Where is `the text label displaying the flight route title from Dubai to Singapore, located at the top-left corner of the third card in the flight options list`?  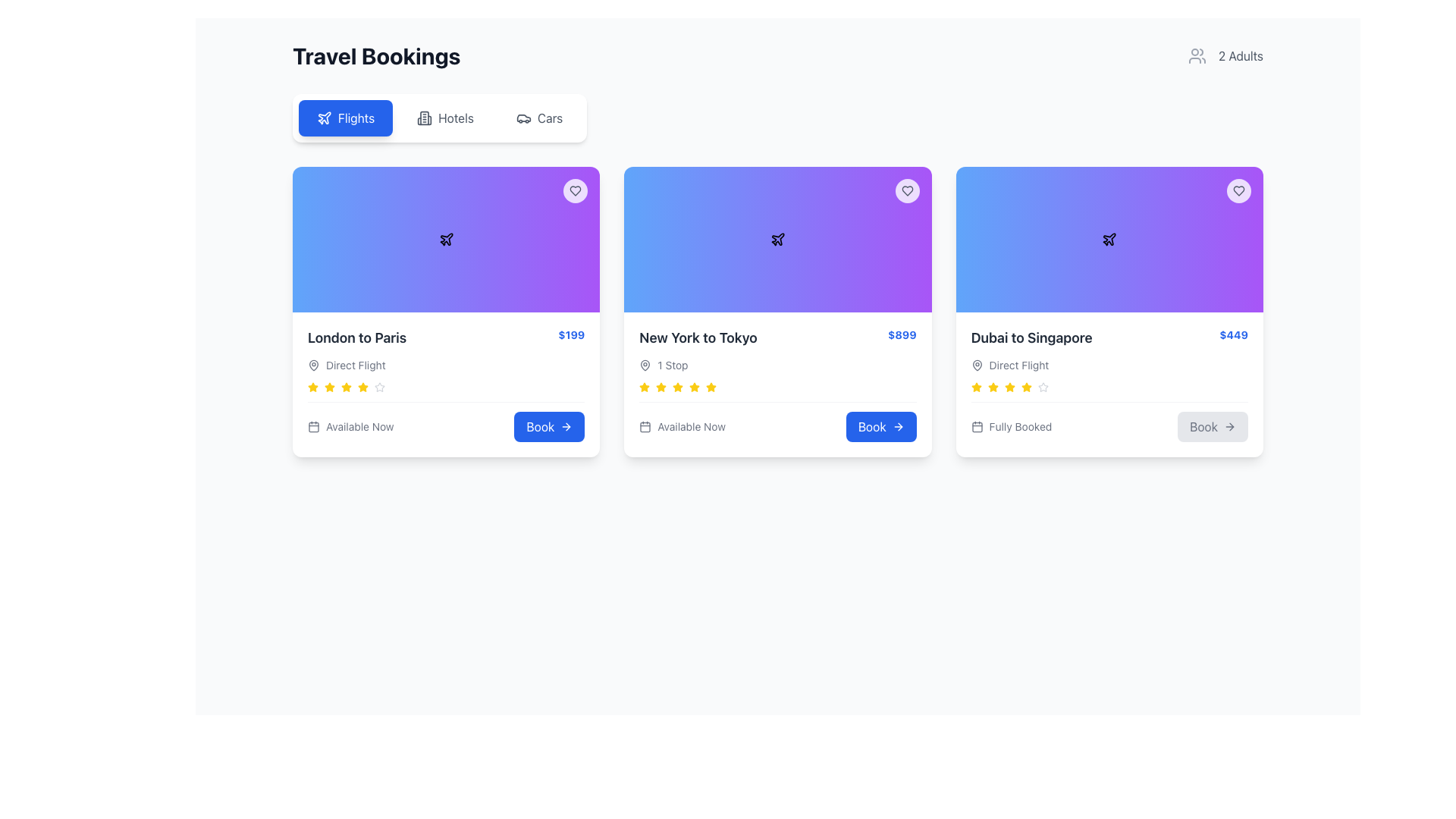 the text label displaying the flight route title from Dubai to Singapore, located at the top-left corner of the third card in the flight options list is located at coordinates (1031, 337).